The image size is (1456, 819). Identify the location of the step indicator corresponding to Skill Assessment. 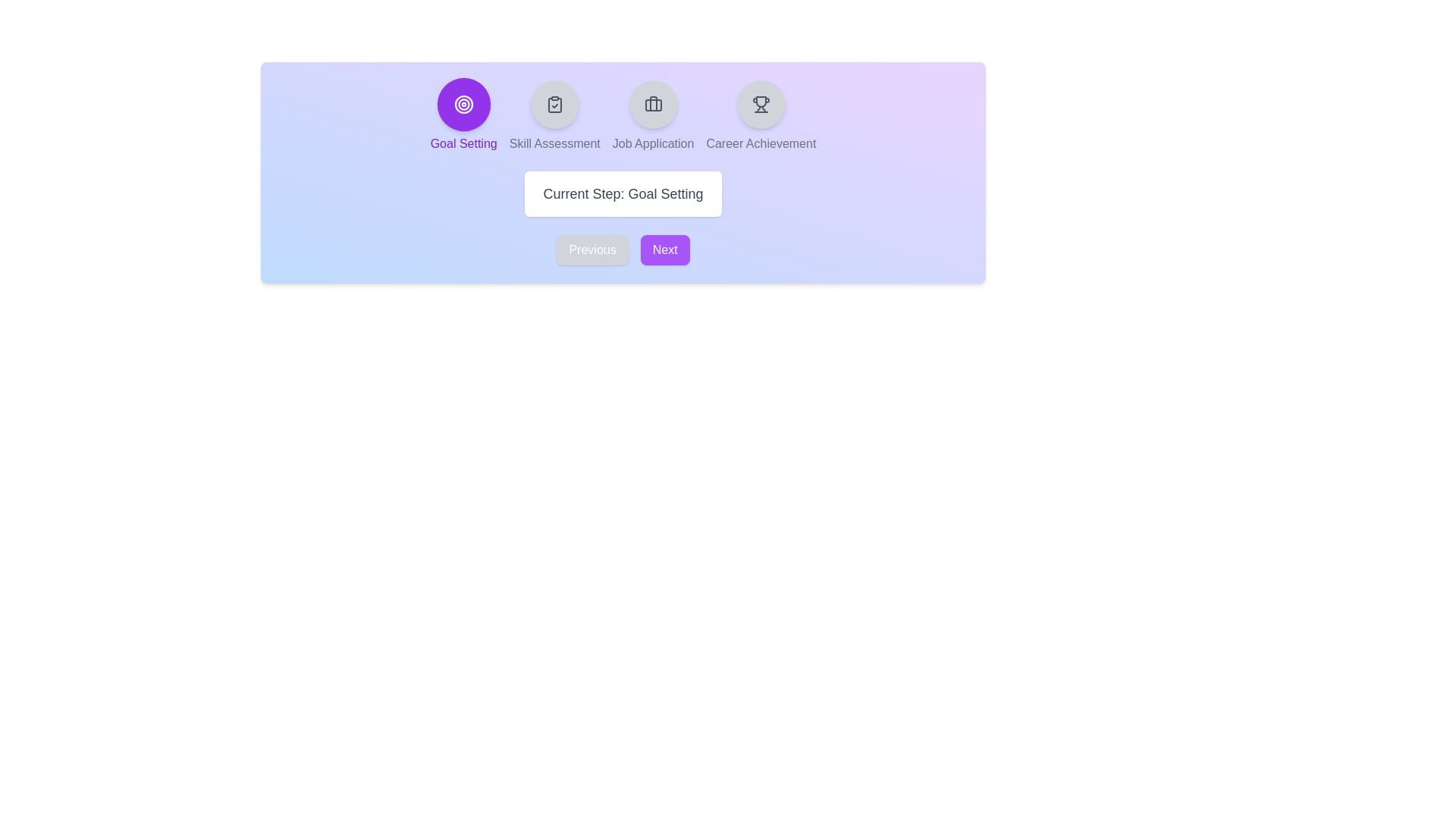
(554, 104).